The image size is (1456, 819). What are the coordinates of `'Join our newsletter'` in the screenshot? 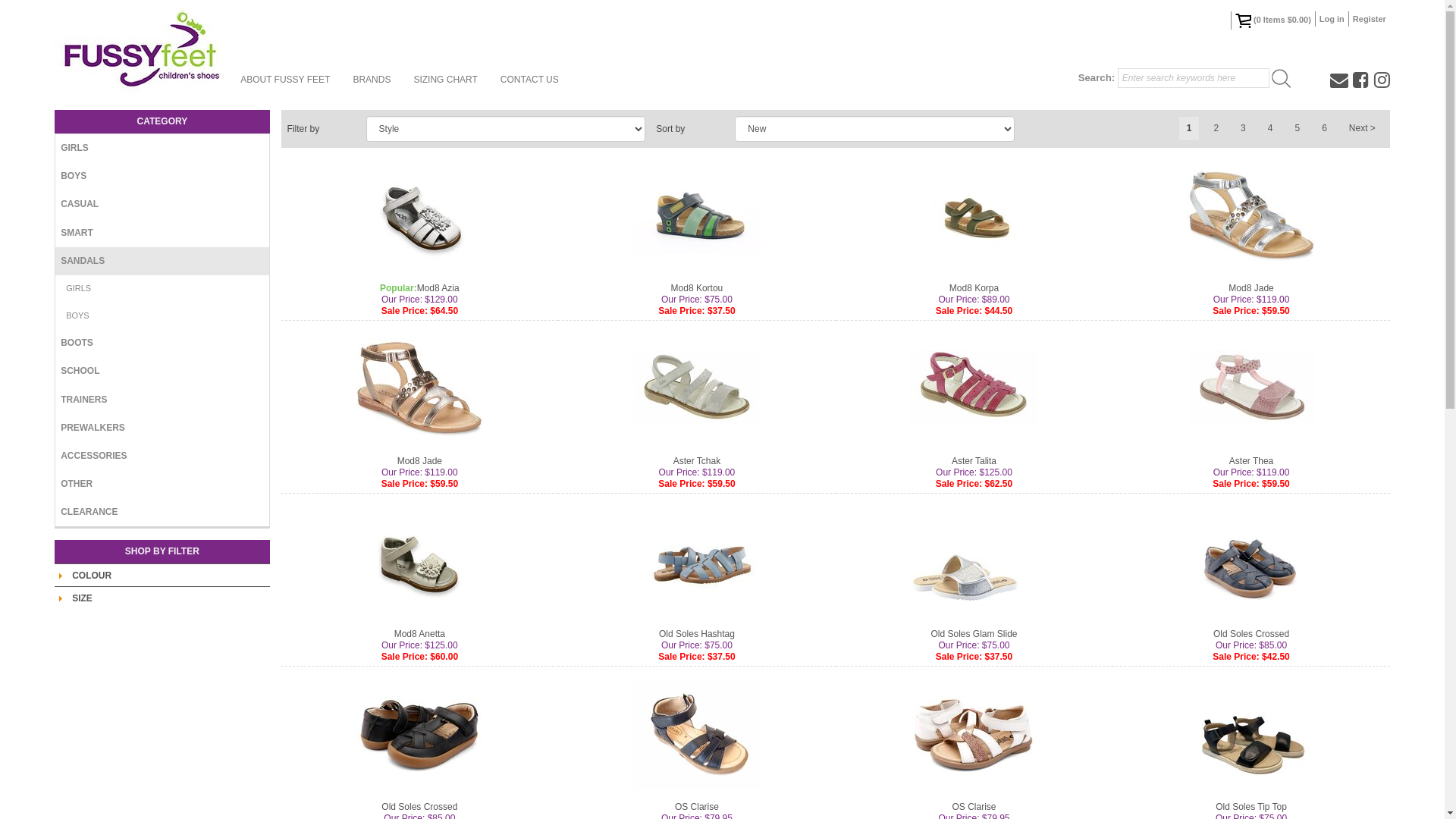 It's located at (1339, 79).